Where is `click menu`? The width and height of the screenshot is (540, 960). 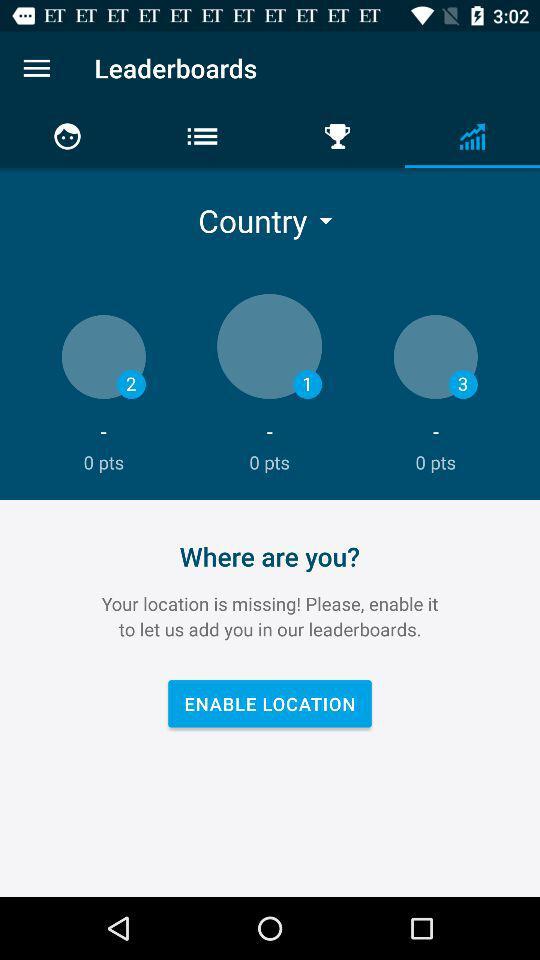 click menu is located at coordinates (36, 68).